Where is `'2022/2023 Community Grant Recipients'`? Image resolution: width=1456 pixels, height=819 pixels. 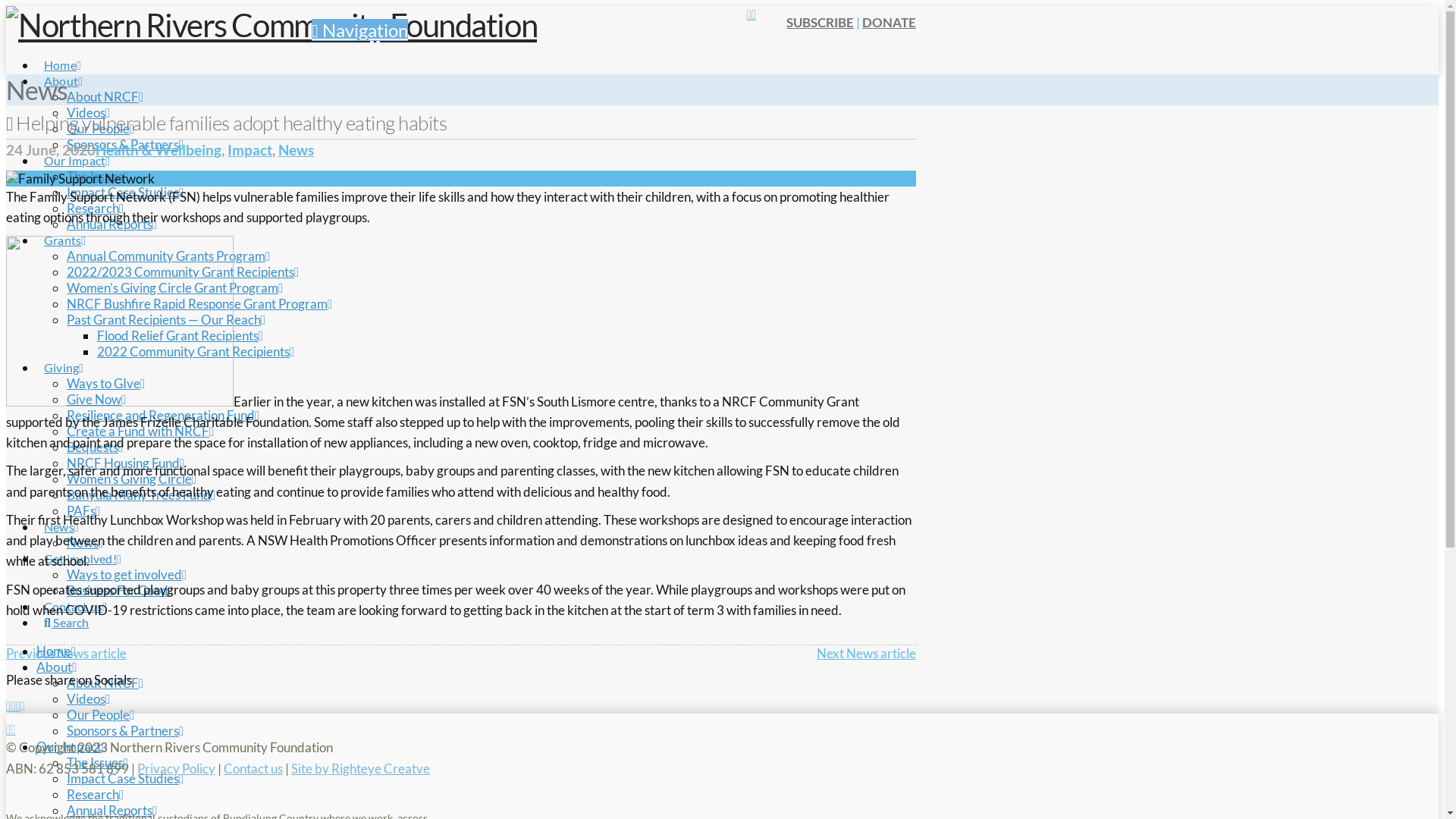
'2022/2023 Community Grant Recipients' is located at coordinates (182, 271).